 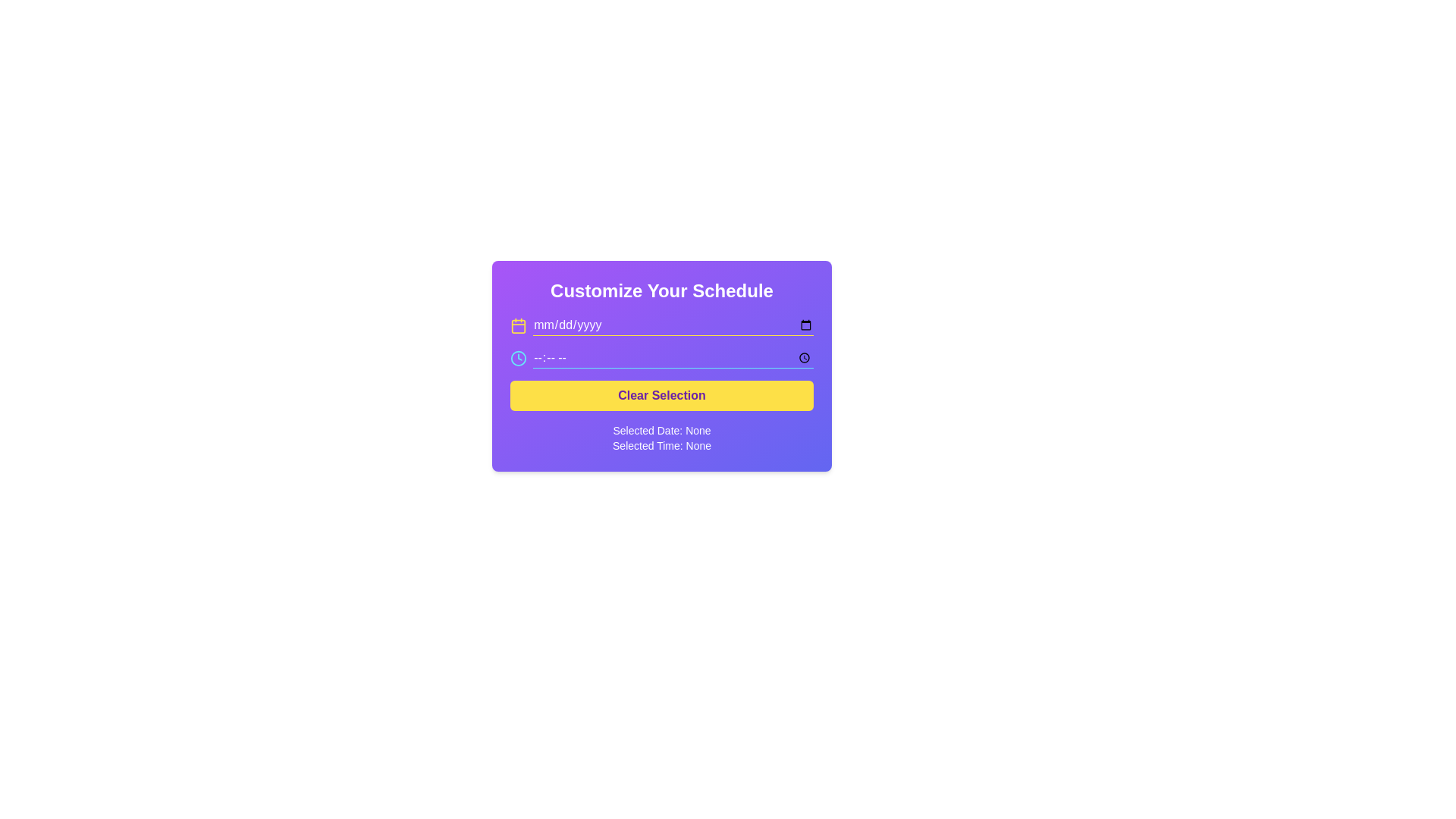 What do you see at coordinates (519, 325) in the screenshot?
I see `the calendar icon with a yellow stroke color, located on the far left of the date input field header, aligned with the placeholder 'mm/dd/yyyy'` at bounding box center [519, 325].